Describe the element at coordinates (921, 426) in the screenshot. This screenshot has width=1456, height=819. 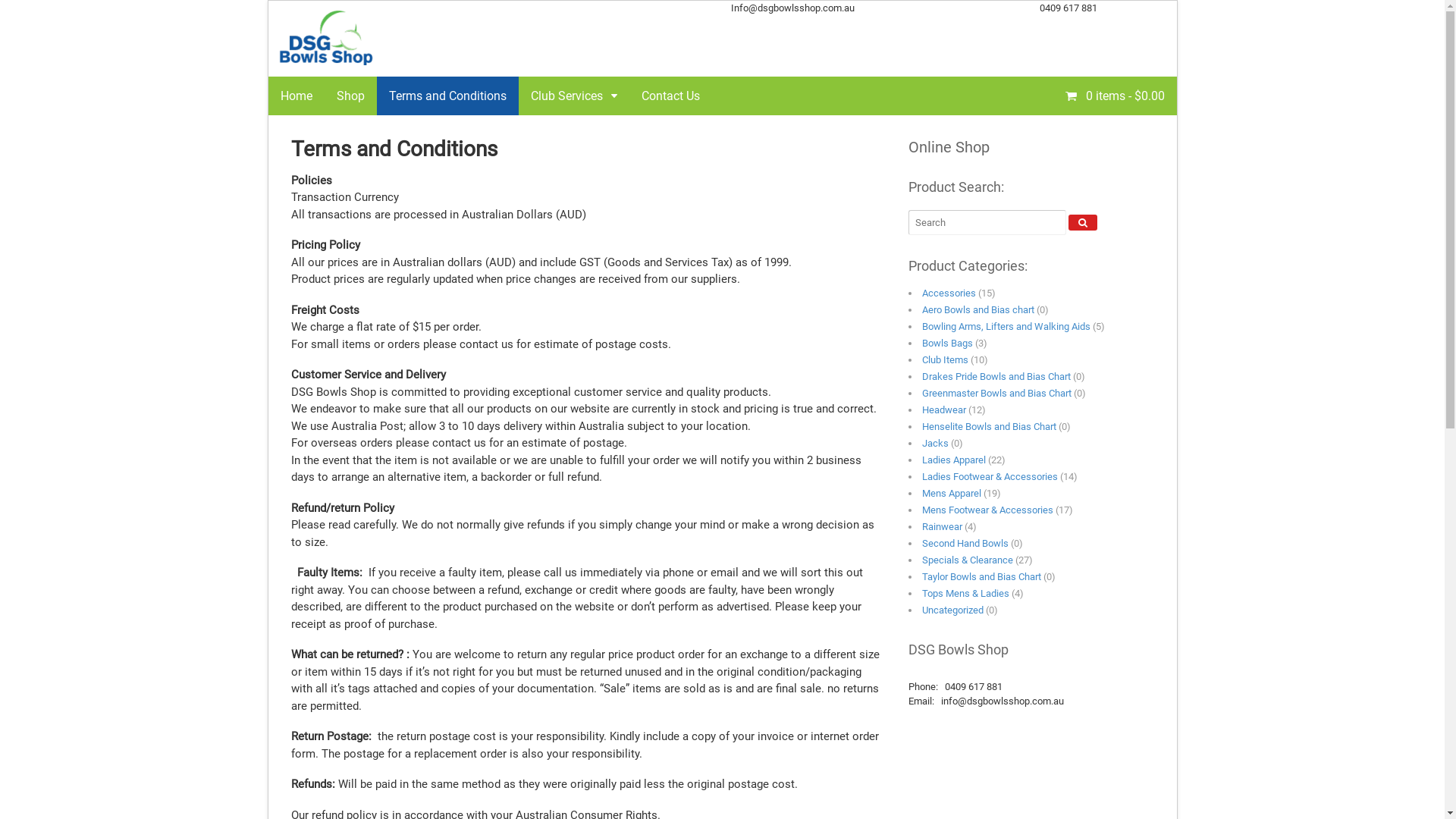
I see `'Henselite Bowls and Bias Chart'` at that location.